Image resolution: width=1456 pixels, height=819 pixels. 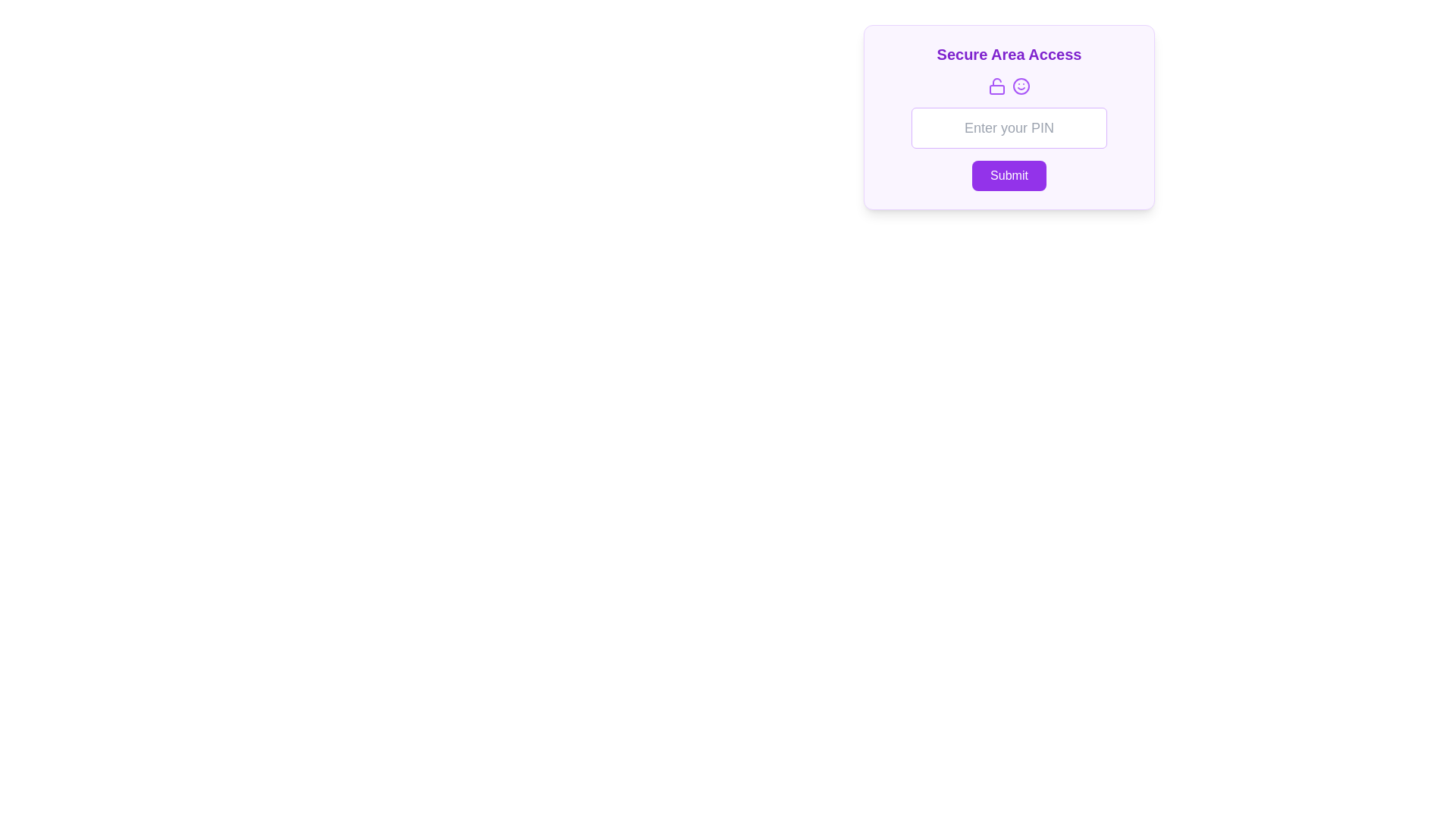 I want to click on on the Password input field located in the 'Secure Area Access' card, so click(x=1009, y=127).